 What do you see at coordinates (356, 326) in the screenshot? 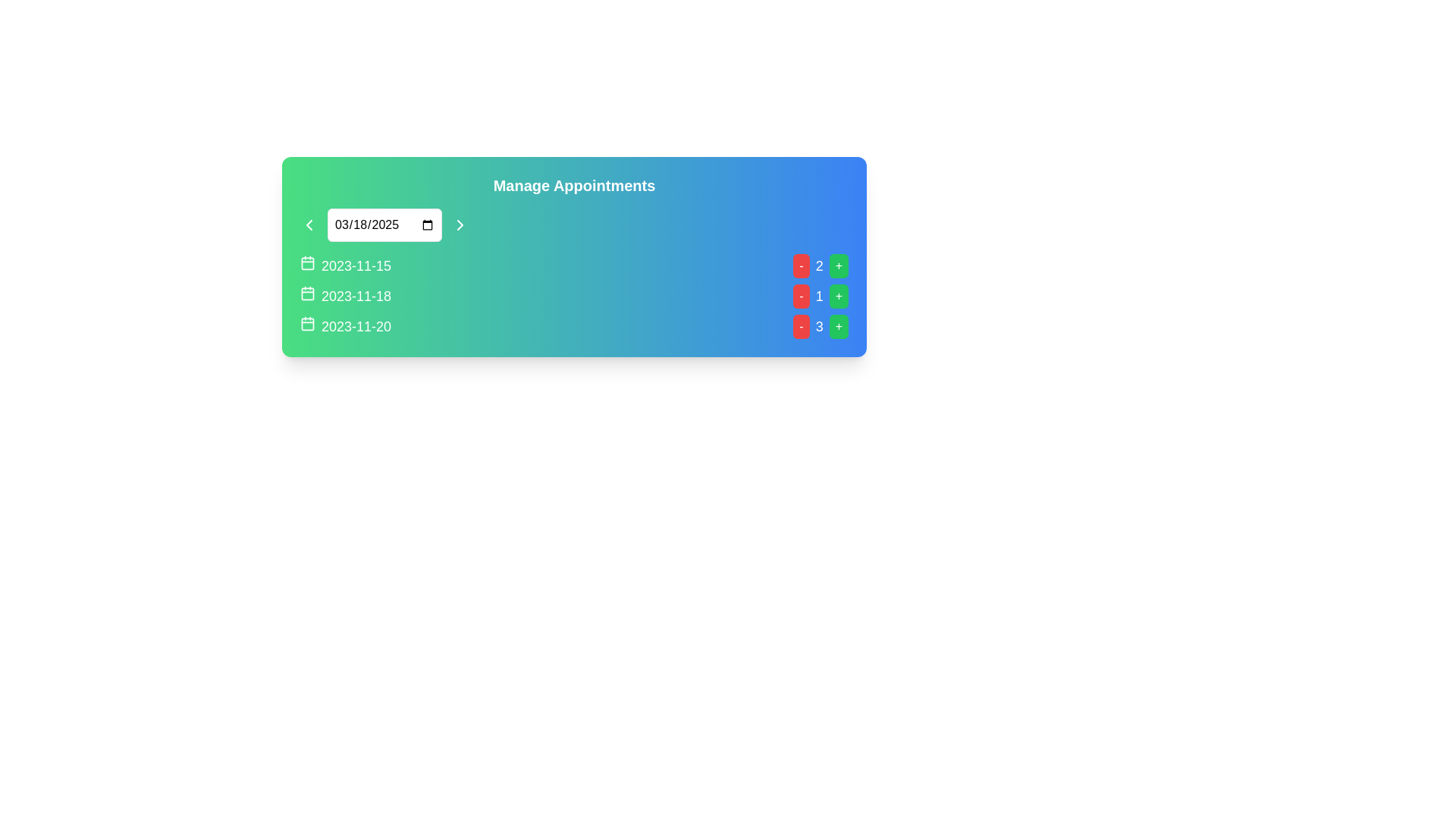
I see `the static text label displaying the date '2023-11-20', which is the third entry in a vertically-aligned list of date entries within a green-to-blue gradient panel` at bounding box center [356, 326].